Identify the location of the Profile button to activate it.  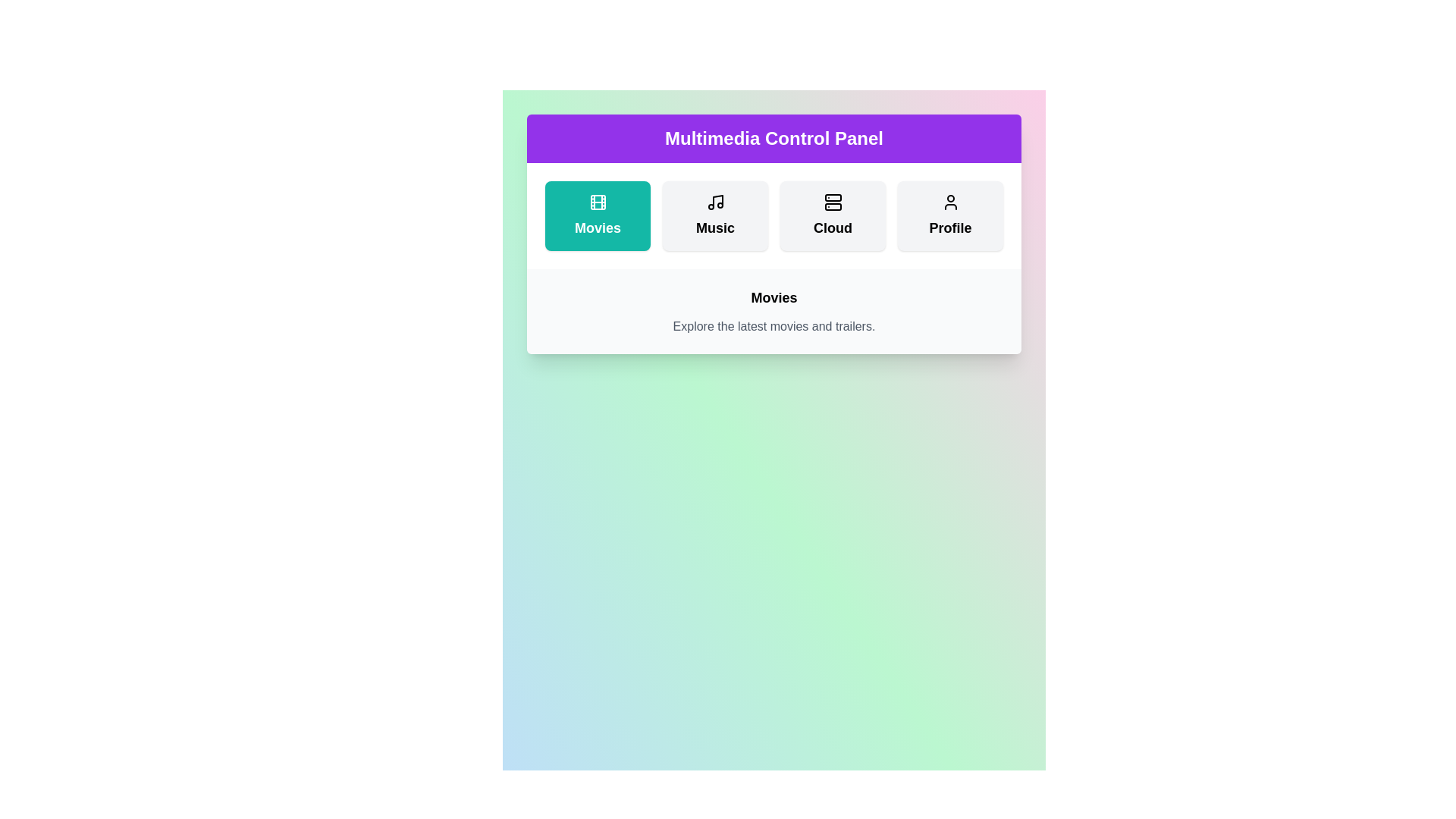
(949, 216).